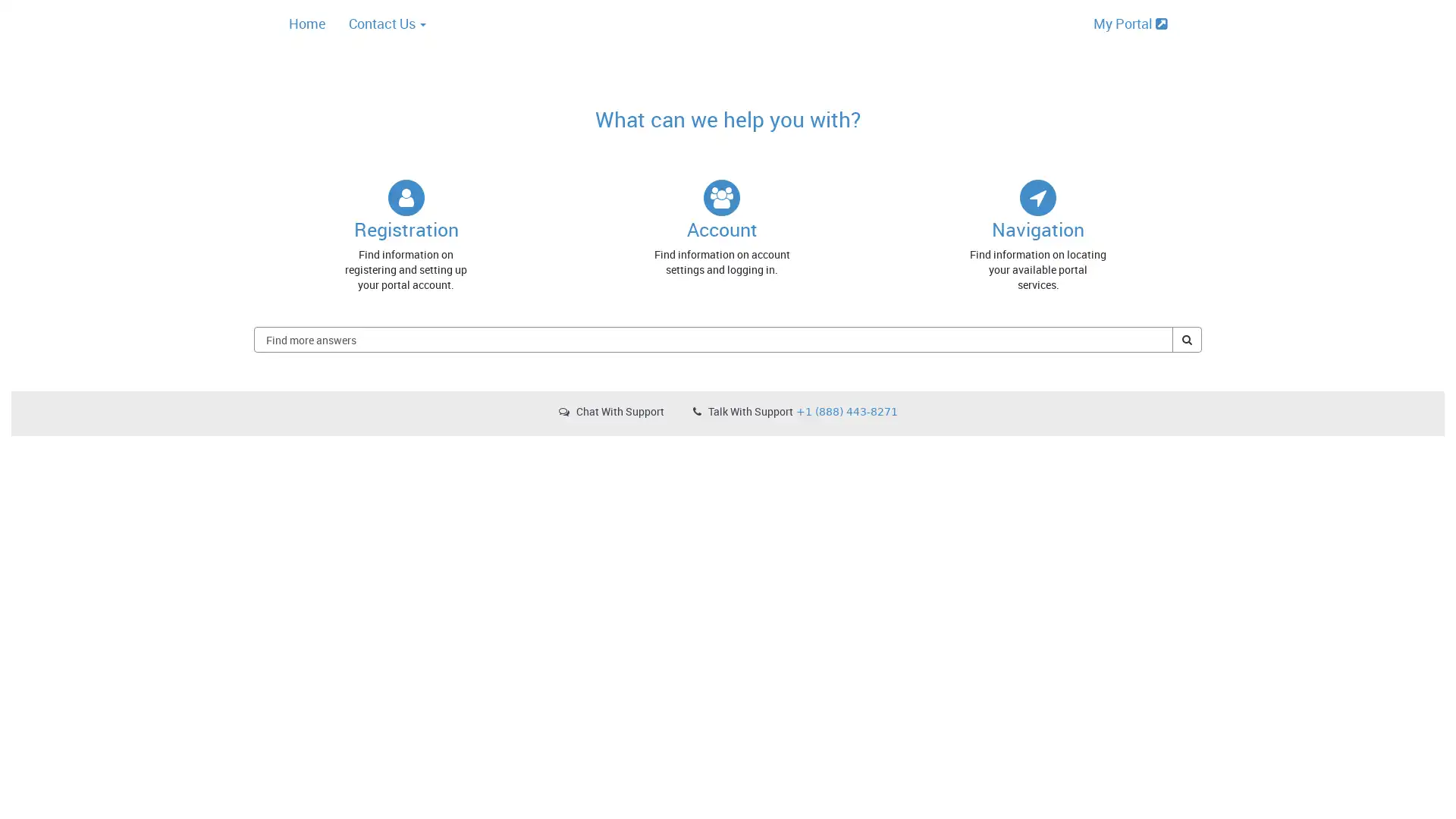 The height and width of the screenshot is (819, 1456). Describe the element at coordinates (1186, 338) in the screenshot. I see `Find more answers` at that location.